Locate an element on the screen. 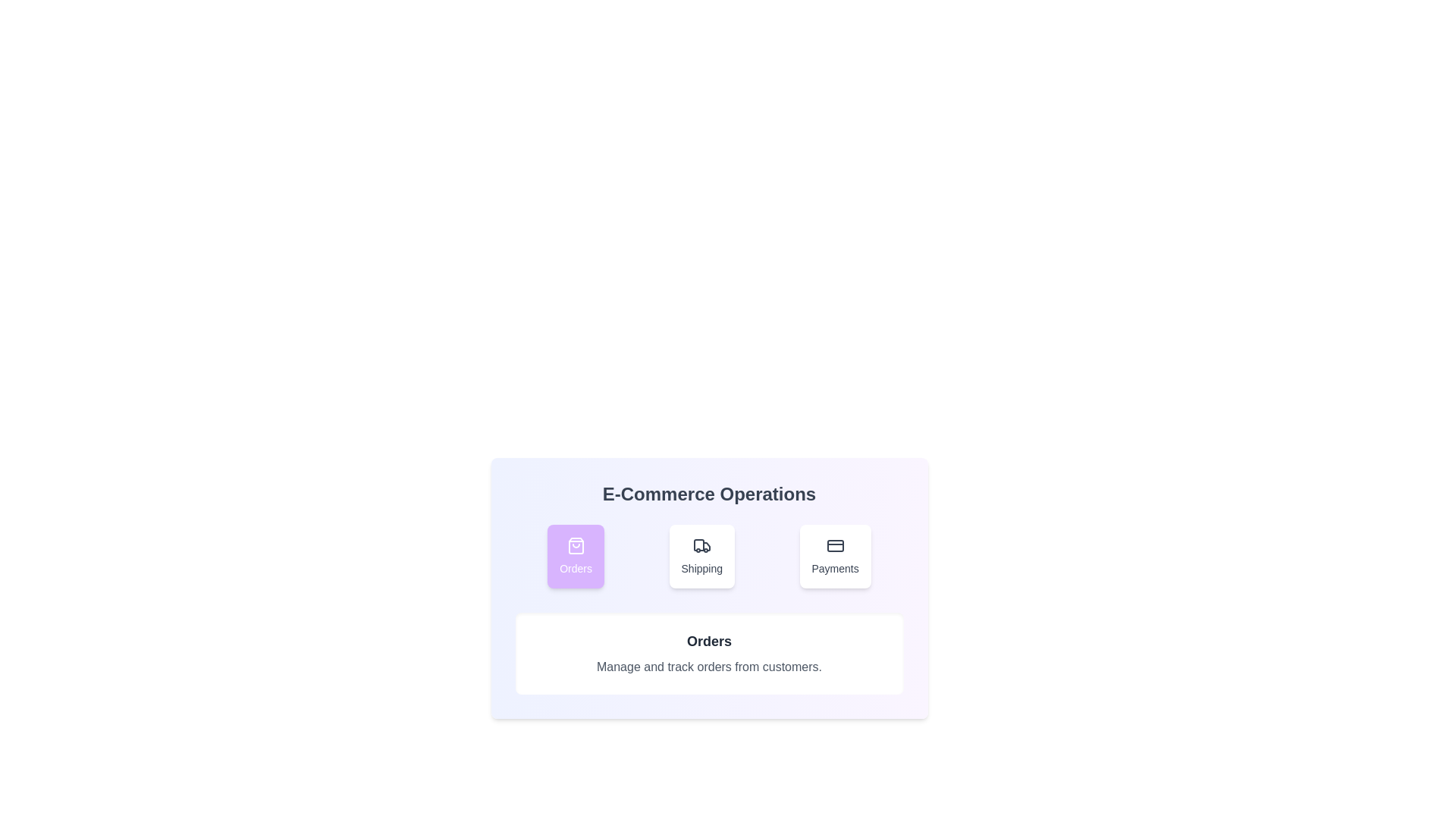 The width and height of the screenshot is (1456, 819). the button displaying a truck icon labeled 'Shipping' is located at coordinates (701, 556).